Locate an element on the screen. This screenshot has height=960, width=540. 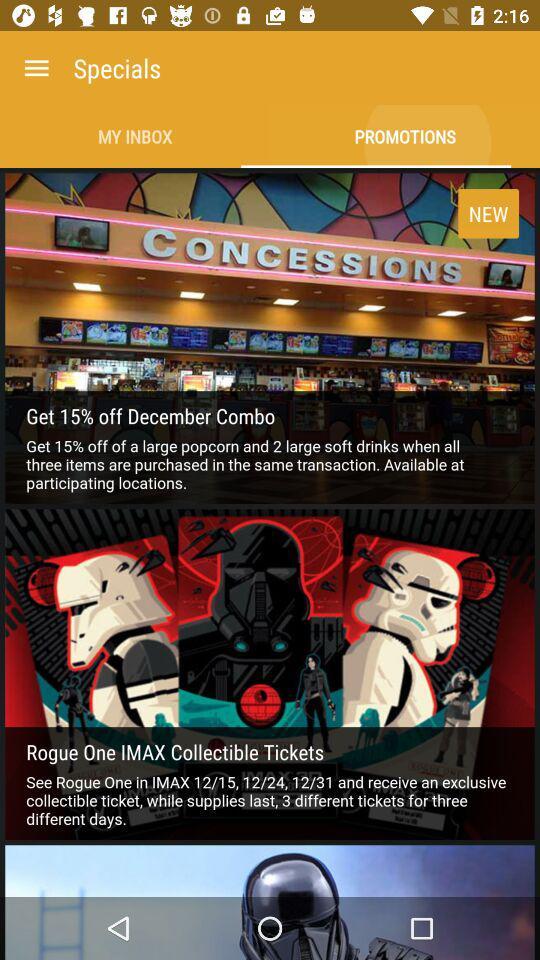
the item next to the specials item is located at coordinates (36, 68).